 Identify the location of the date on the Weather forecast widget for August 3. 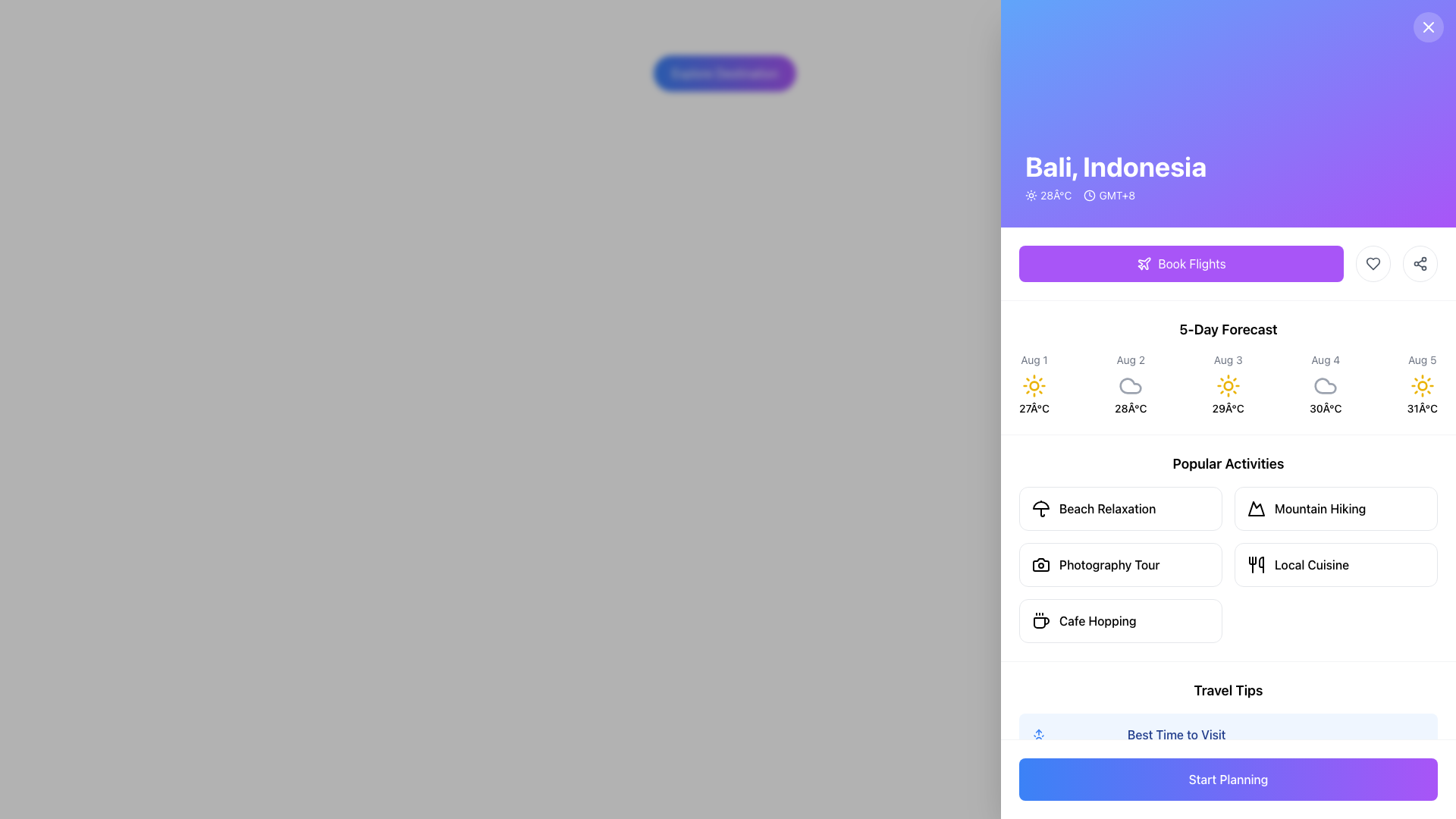
(1228, 383).